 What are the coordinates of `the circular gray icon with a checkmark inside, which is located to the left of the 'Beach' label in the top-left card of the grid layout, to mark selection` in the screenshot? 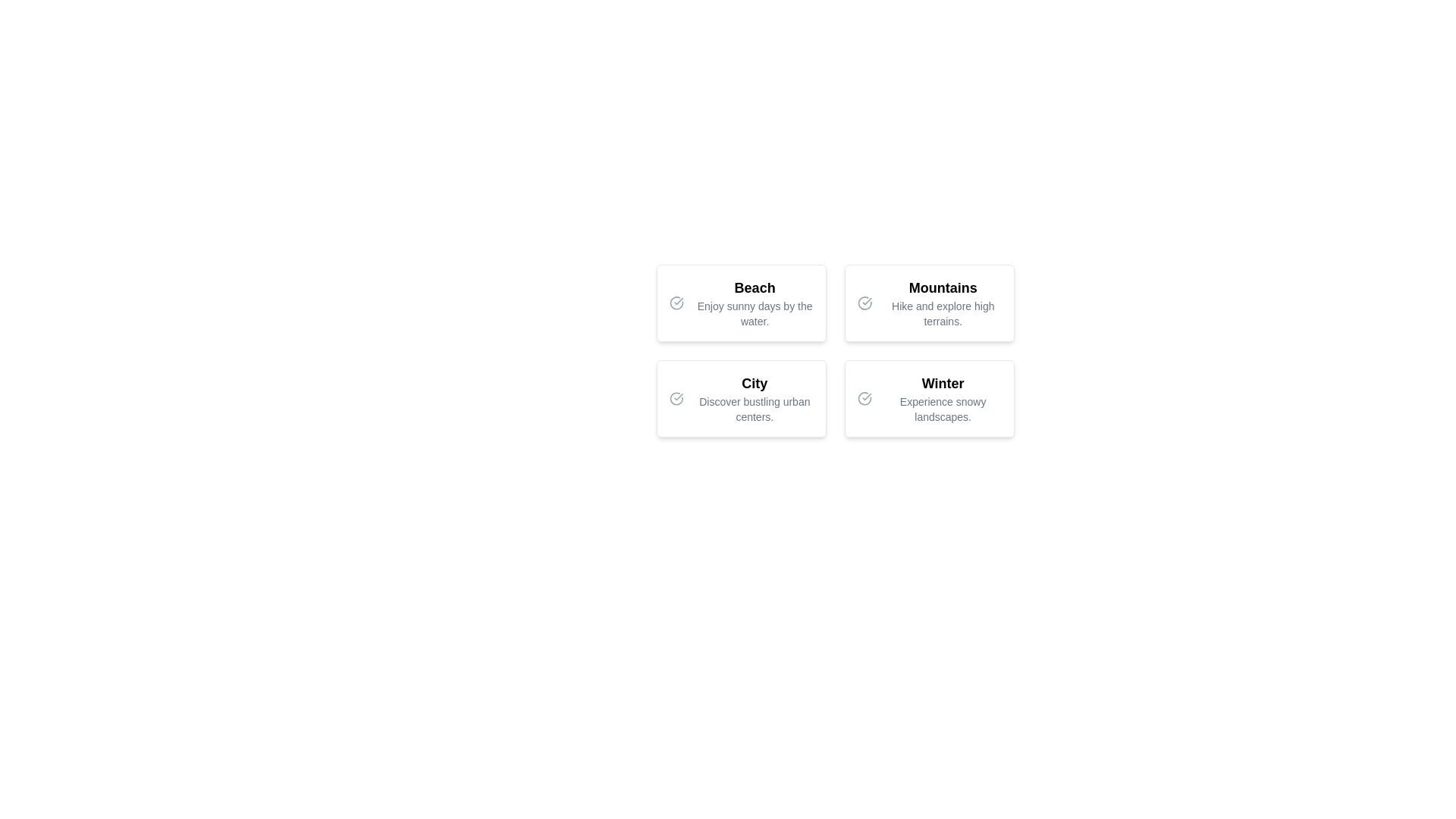 It's located at (676, 303).